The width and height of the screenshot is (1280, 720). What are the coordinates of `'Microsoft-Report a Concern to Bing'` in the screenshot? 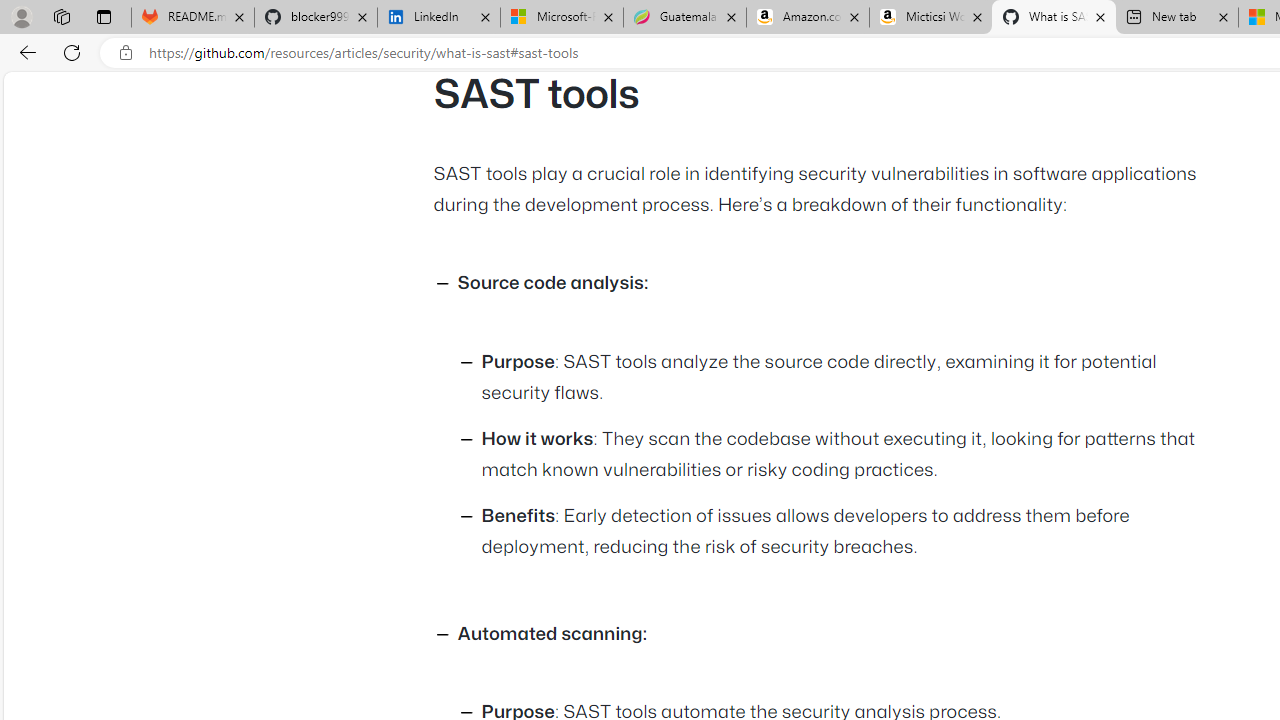 It's located at (560, 17).